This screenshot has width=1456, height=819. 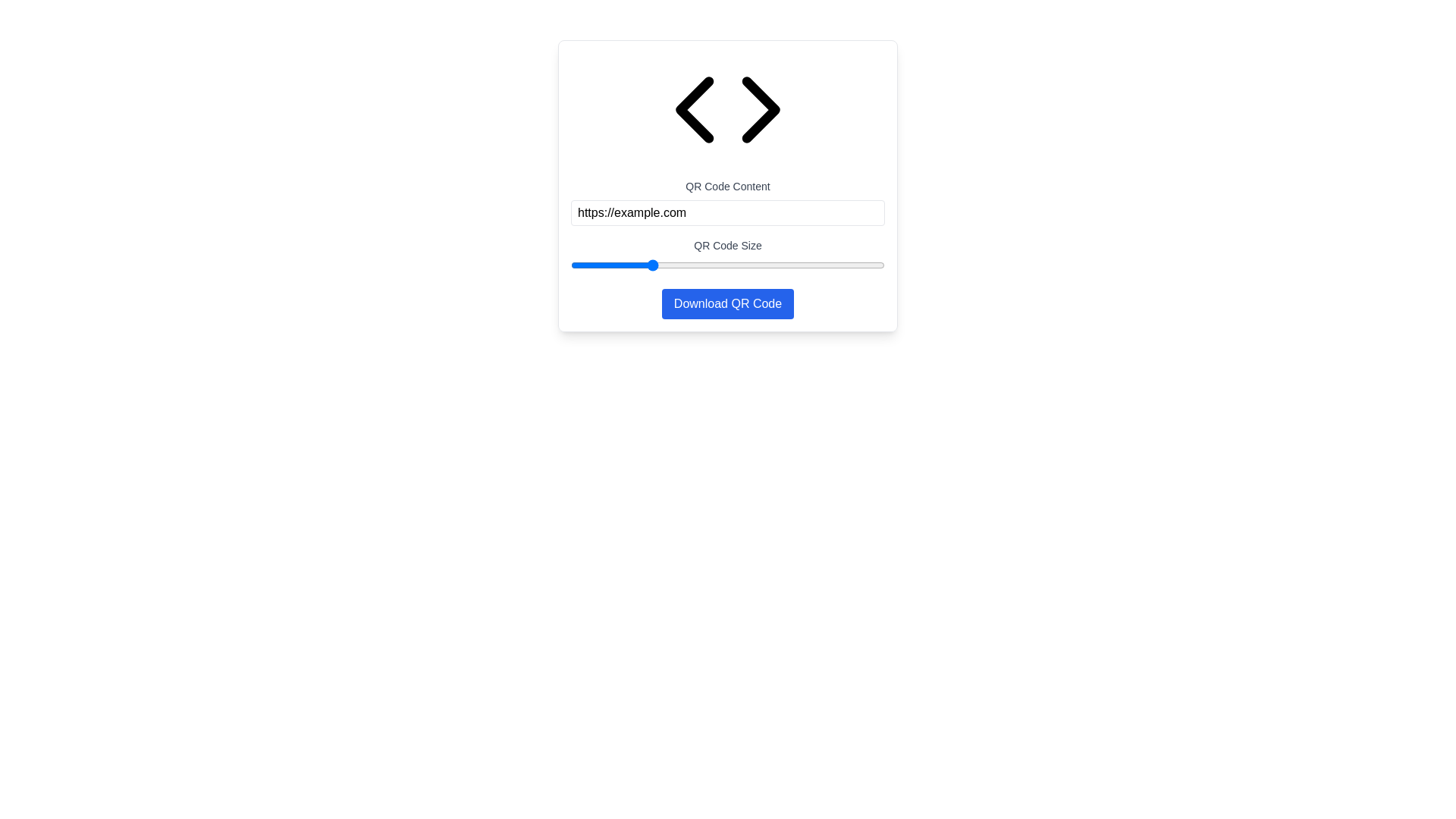 What do you see at coordinates (753, 265) in the screenshot?
I see `the QR code size` at bounding box center [753, 265].